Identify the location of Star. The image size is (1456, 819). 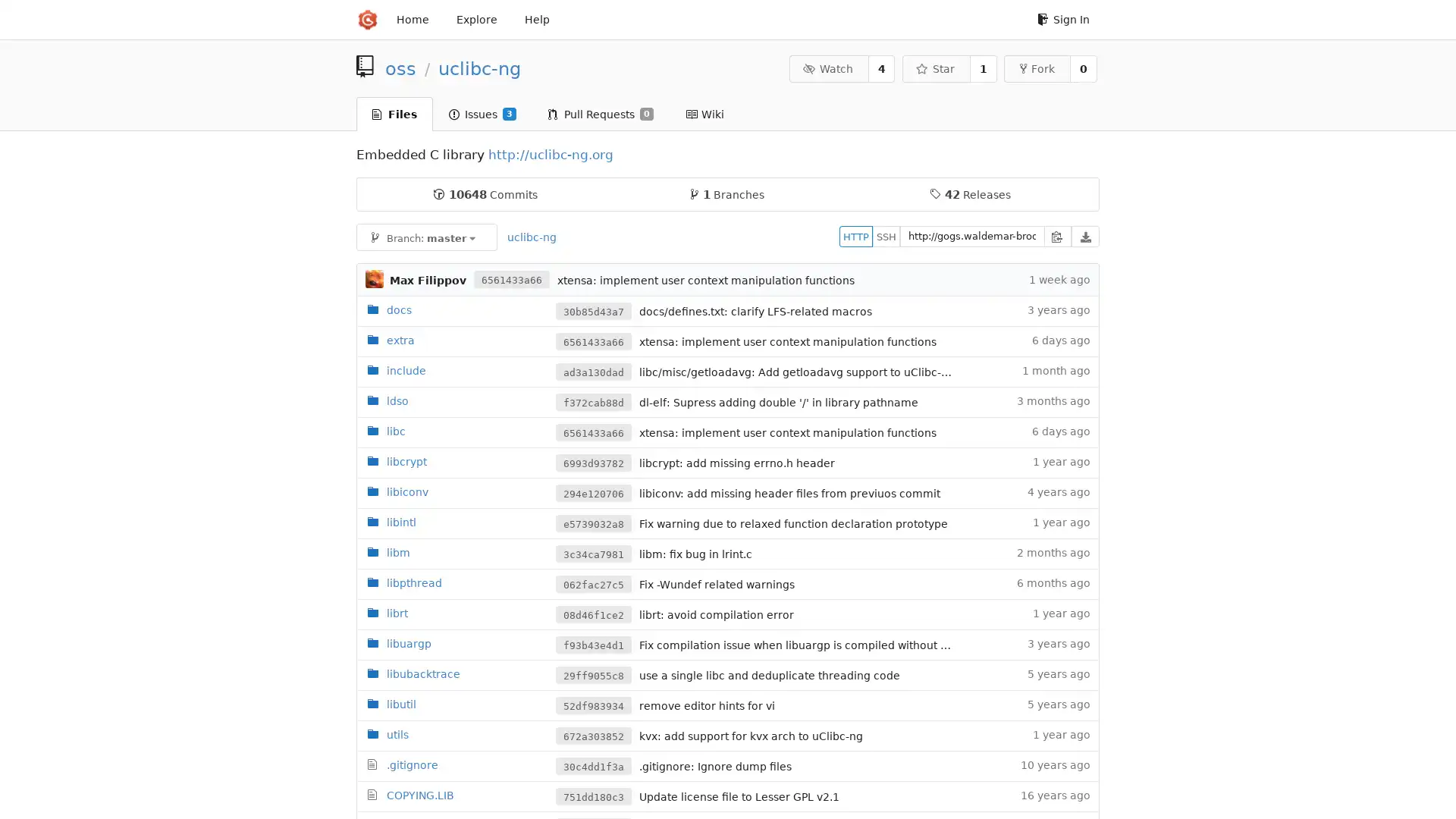
(935, 69).